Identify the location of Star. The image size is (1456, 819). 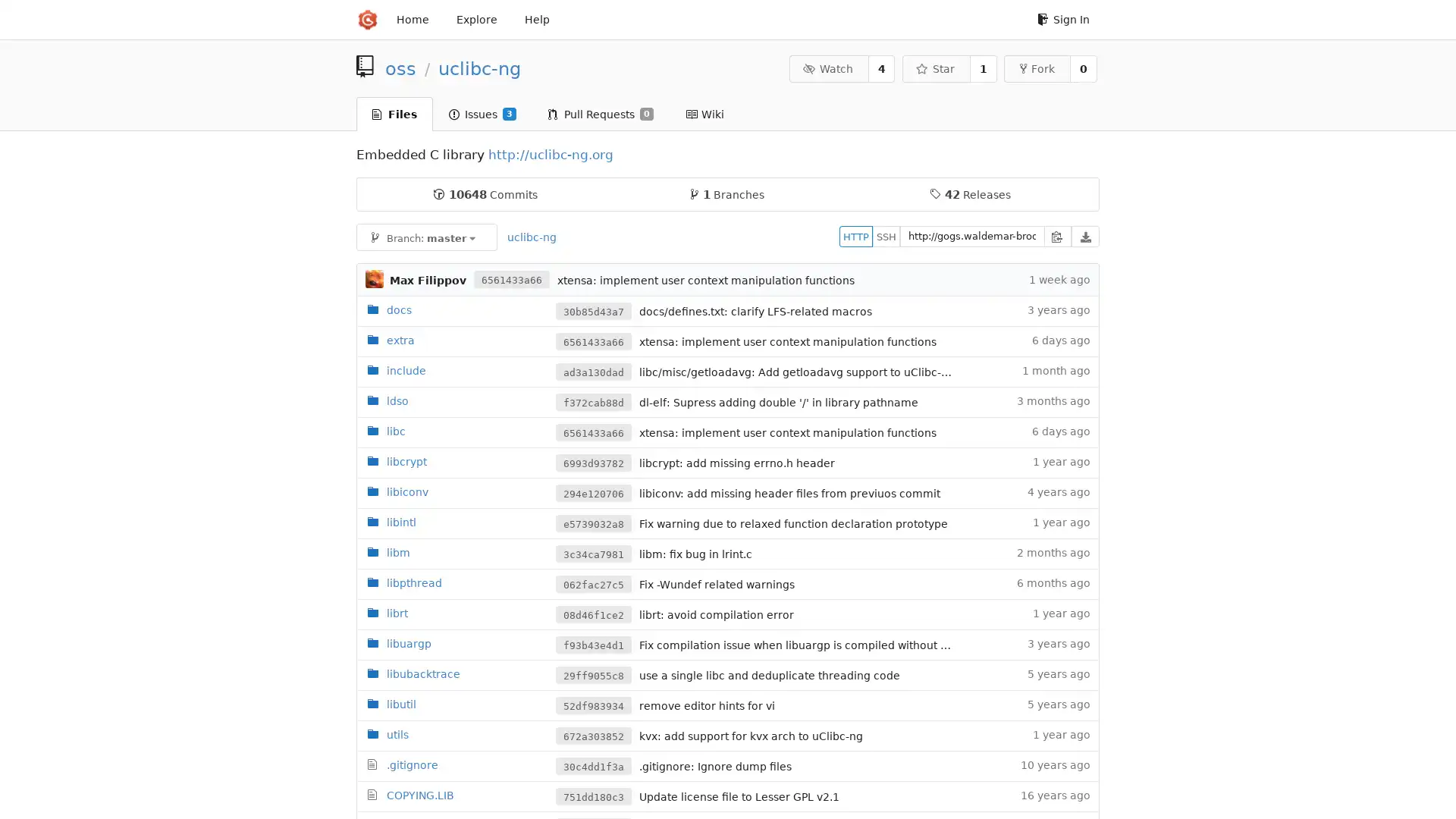
(935, 69).